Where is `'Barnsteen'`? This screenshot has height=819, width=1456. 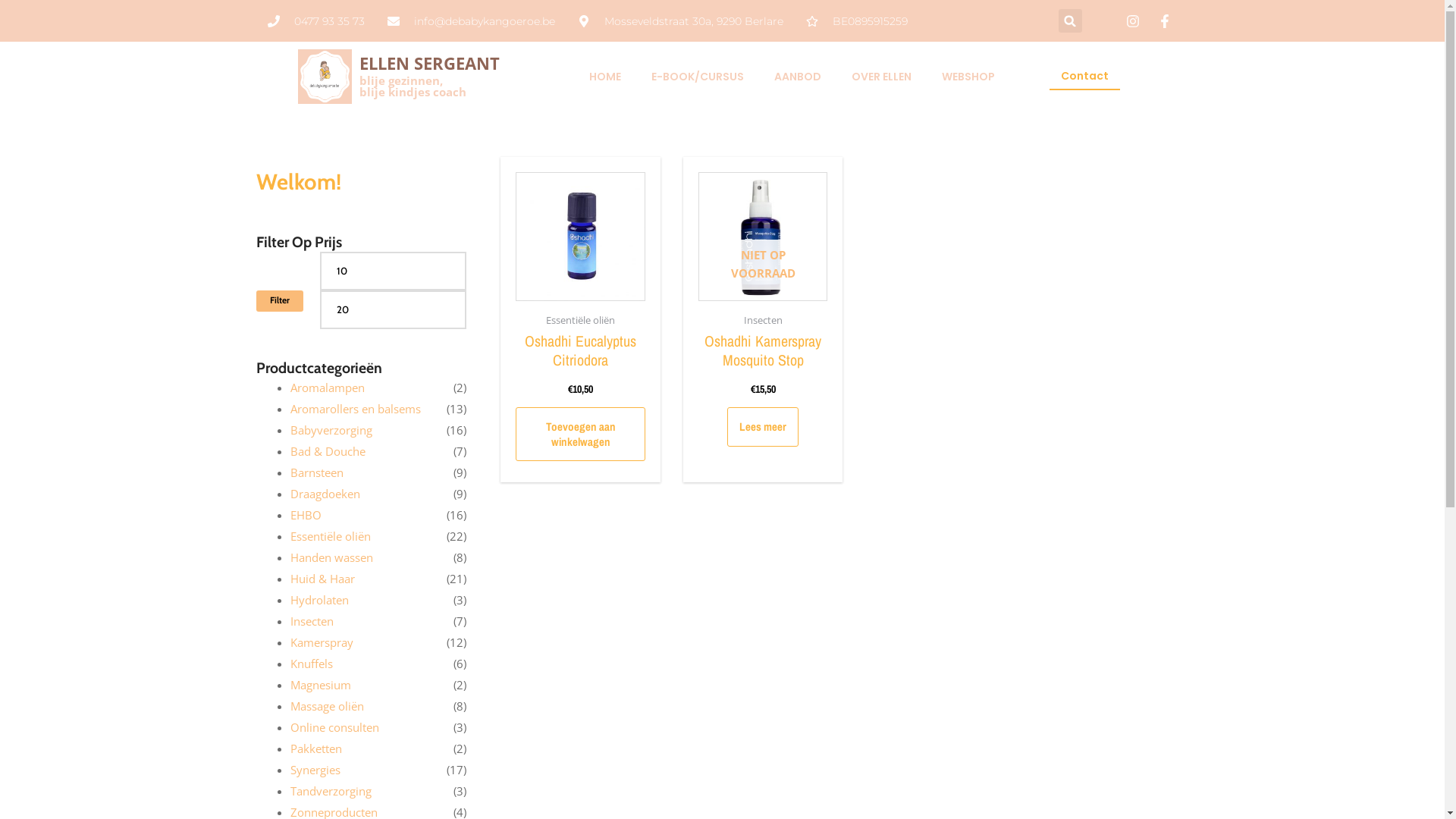 'Barnsteen' is located at coordinates (315, 472).